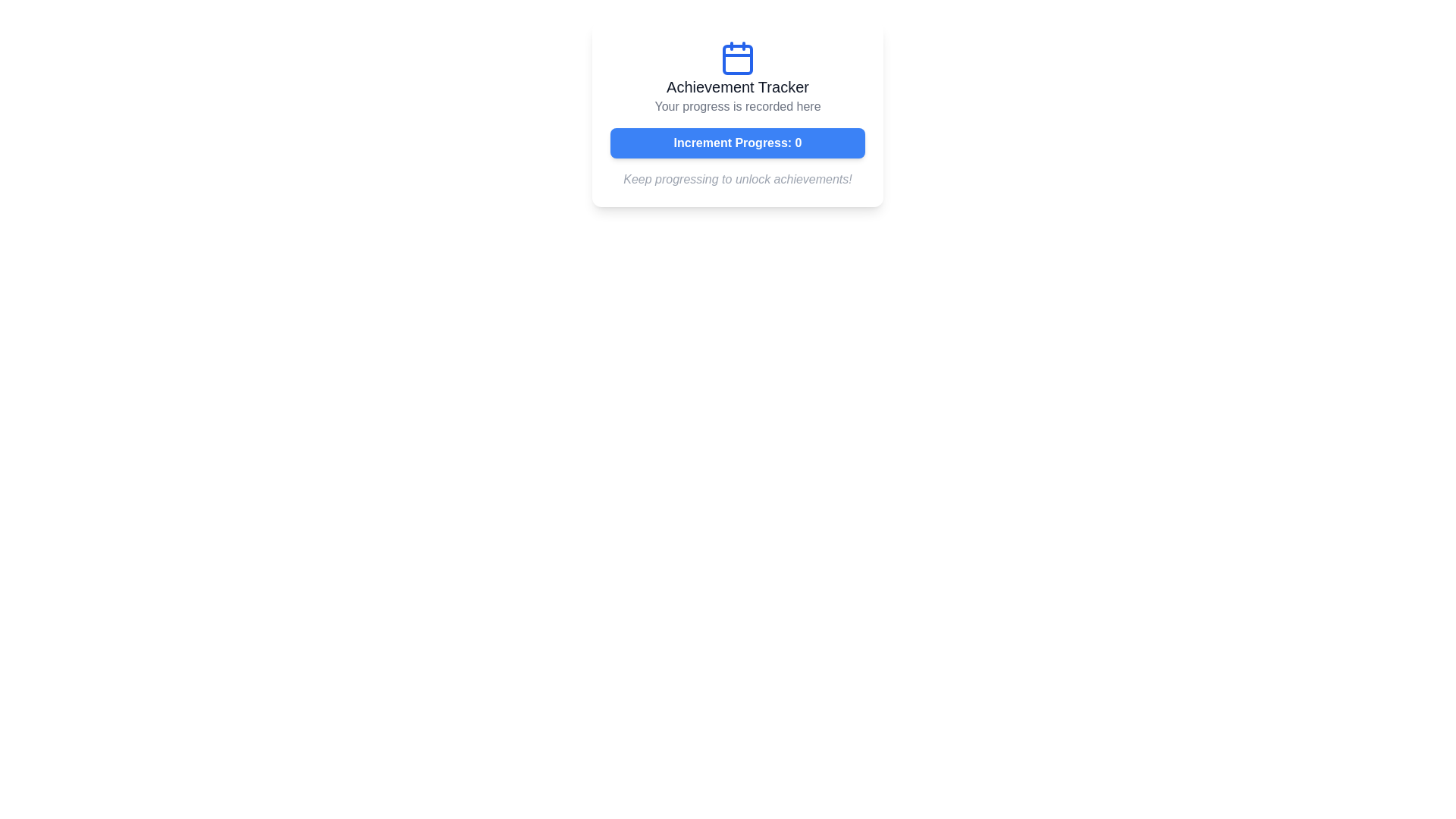 The width and height of the screenshot is (1456, 819). What do you see at coordinates (738, 143) in the screenshot?
I see `the rectangular blue button labeled 'Increment Progress: 0' to observe its hover effects` at bounding box center [738, 143].